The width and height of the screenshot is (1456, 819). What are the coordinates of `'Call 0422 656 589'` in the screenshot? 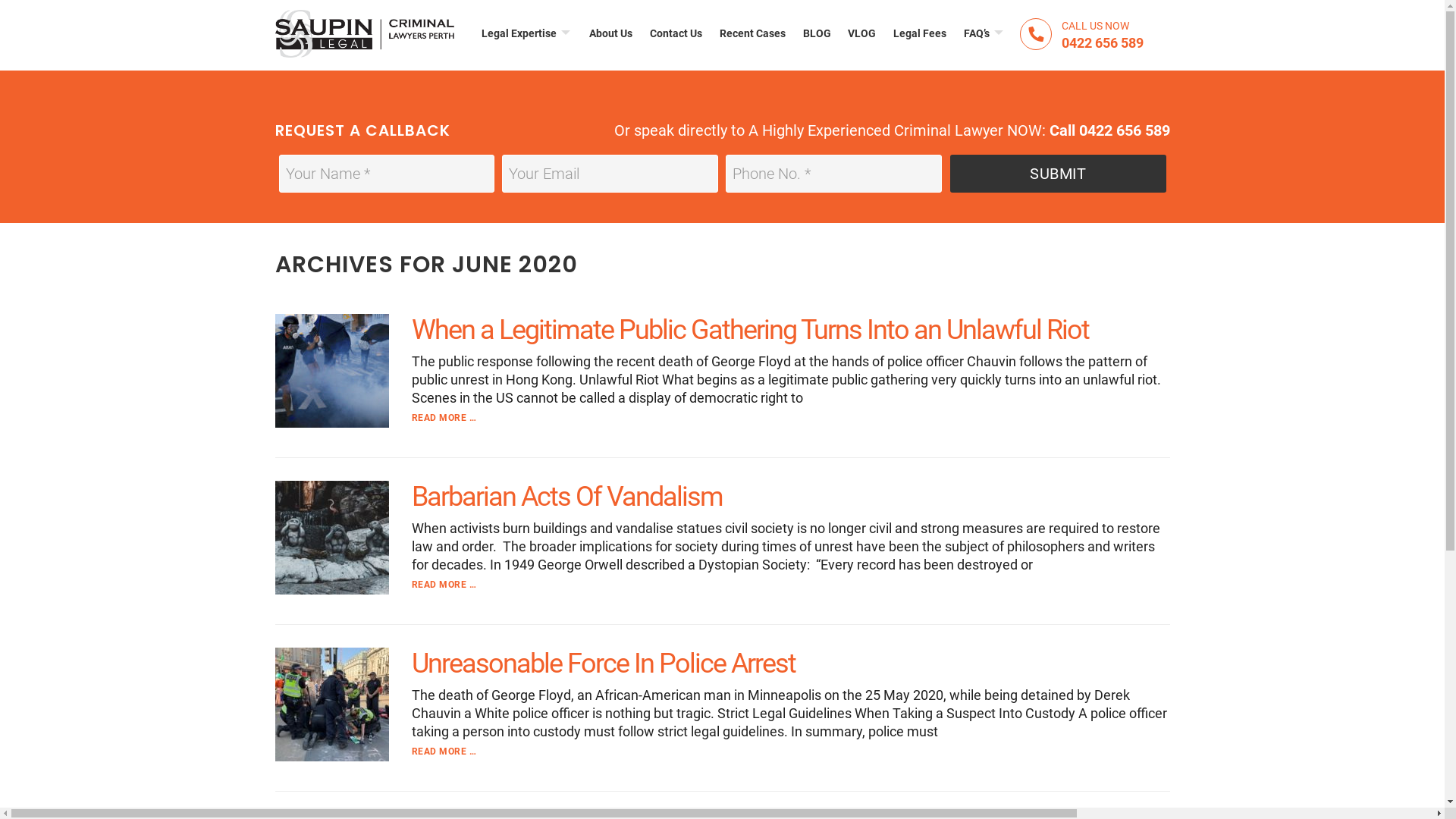 It's located at (1109, 130).